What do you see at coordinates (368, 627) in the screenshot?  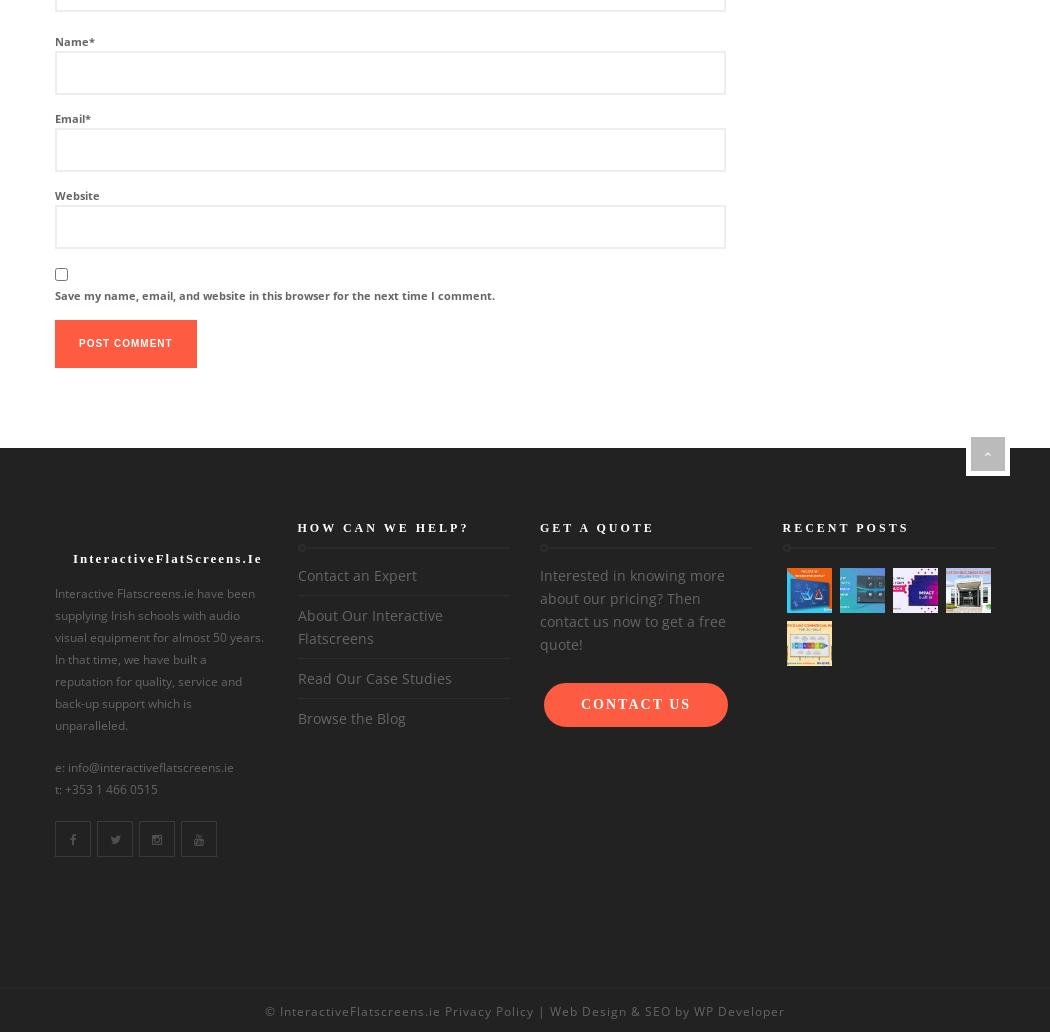 I see `'About Our Interactive Flatscreens'` at bounding box center [368, 627].